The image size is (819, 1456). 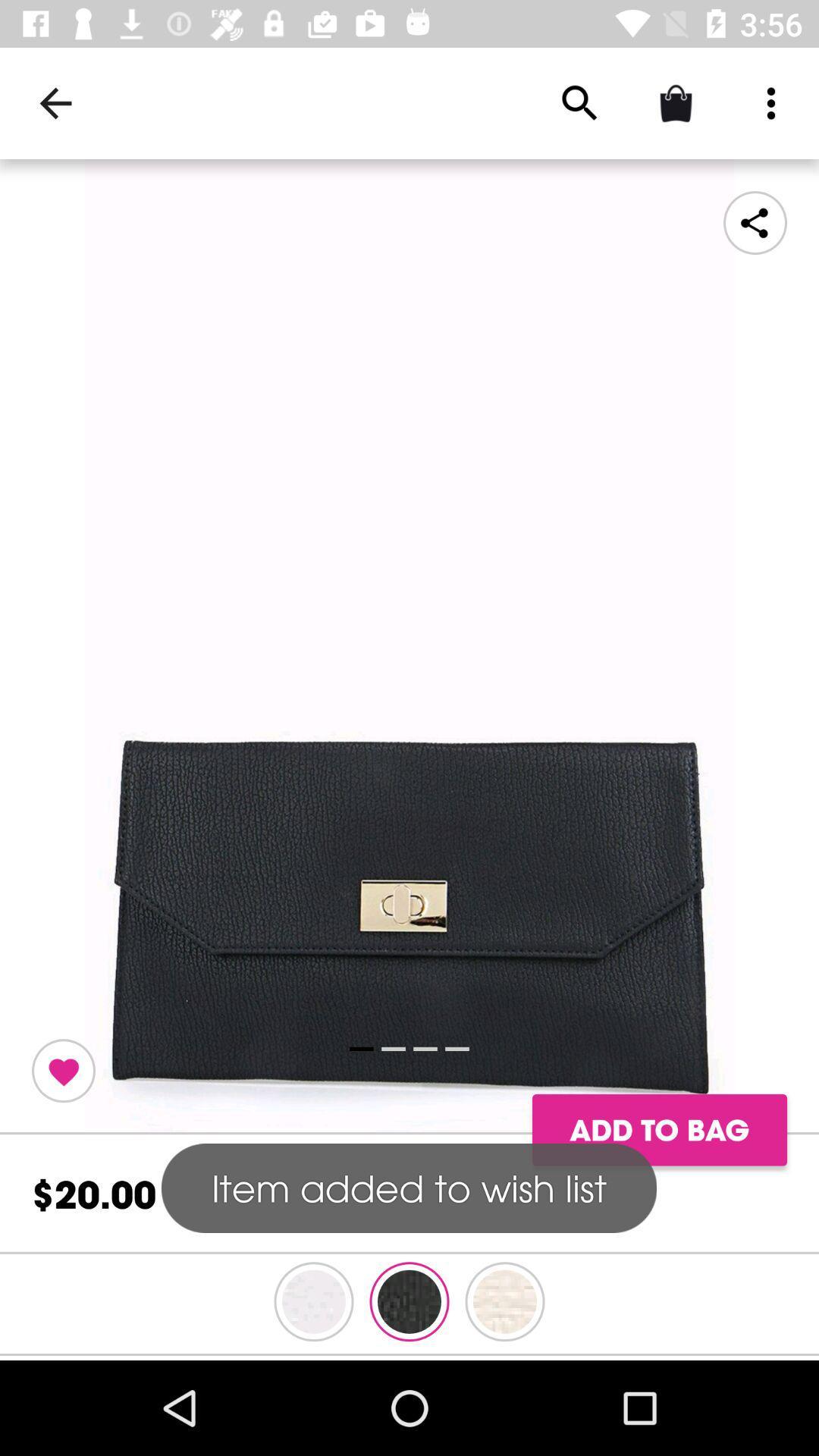 I want to click on share the product, so click(x=755, y=221).